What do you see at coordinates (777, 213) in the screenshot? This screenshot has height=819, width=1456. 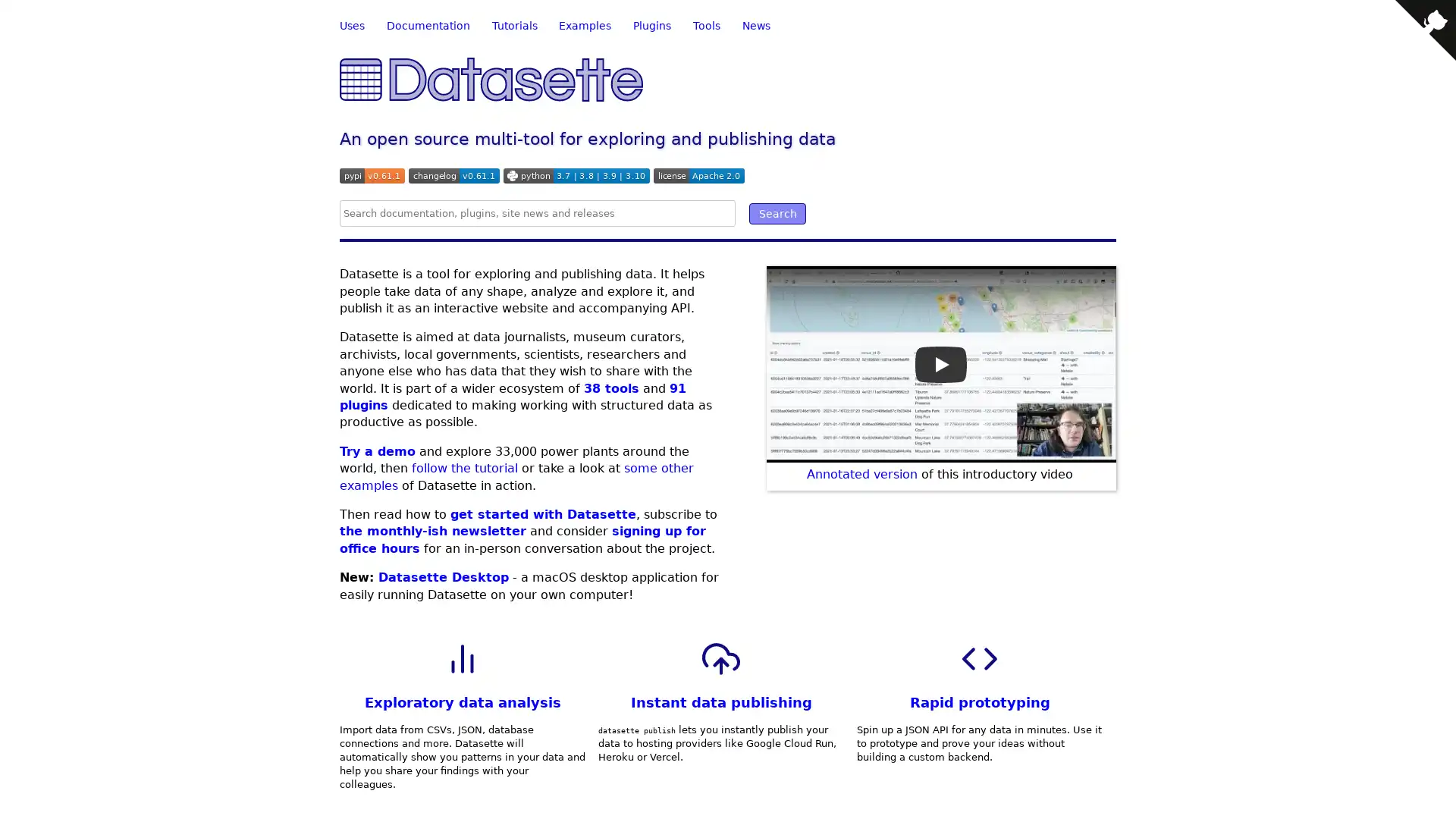 I see `Search` at bounding box center [777, 213].